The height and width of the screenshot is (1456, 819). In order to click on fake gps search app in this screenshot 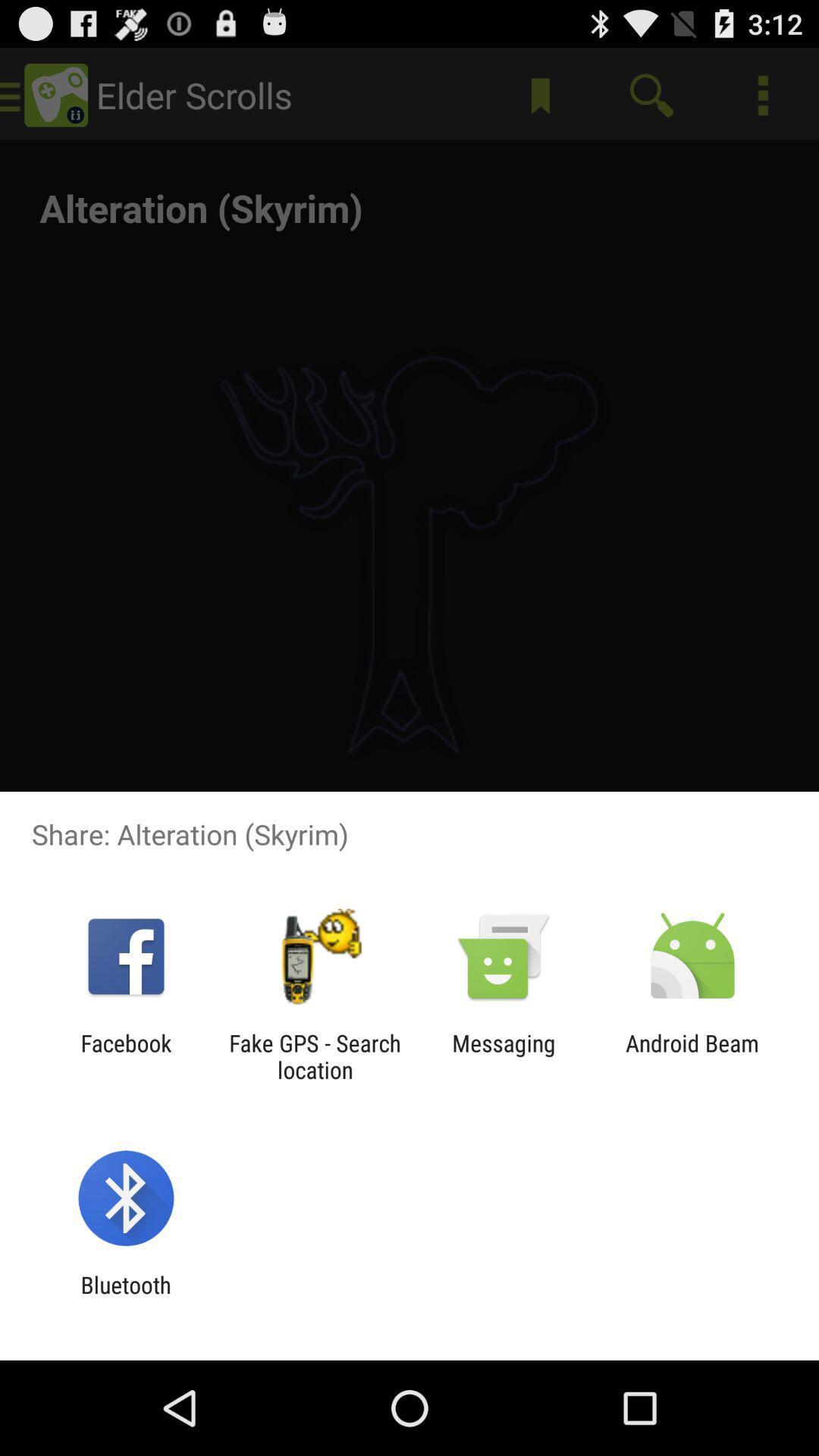, I will do `click(314, 1056)`.